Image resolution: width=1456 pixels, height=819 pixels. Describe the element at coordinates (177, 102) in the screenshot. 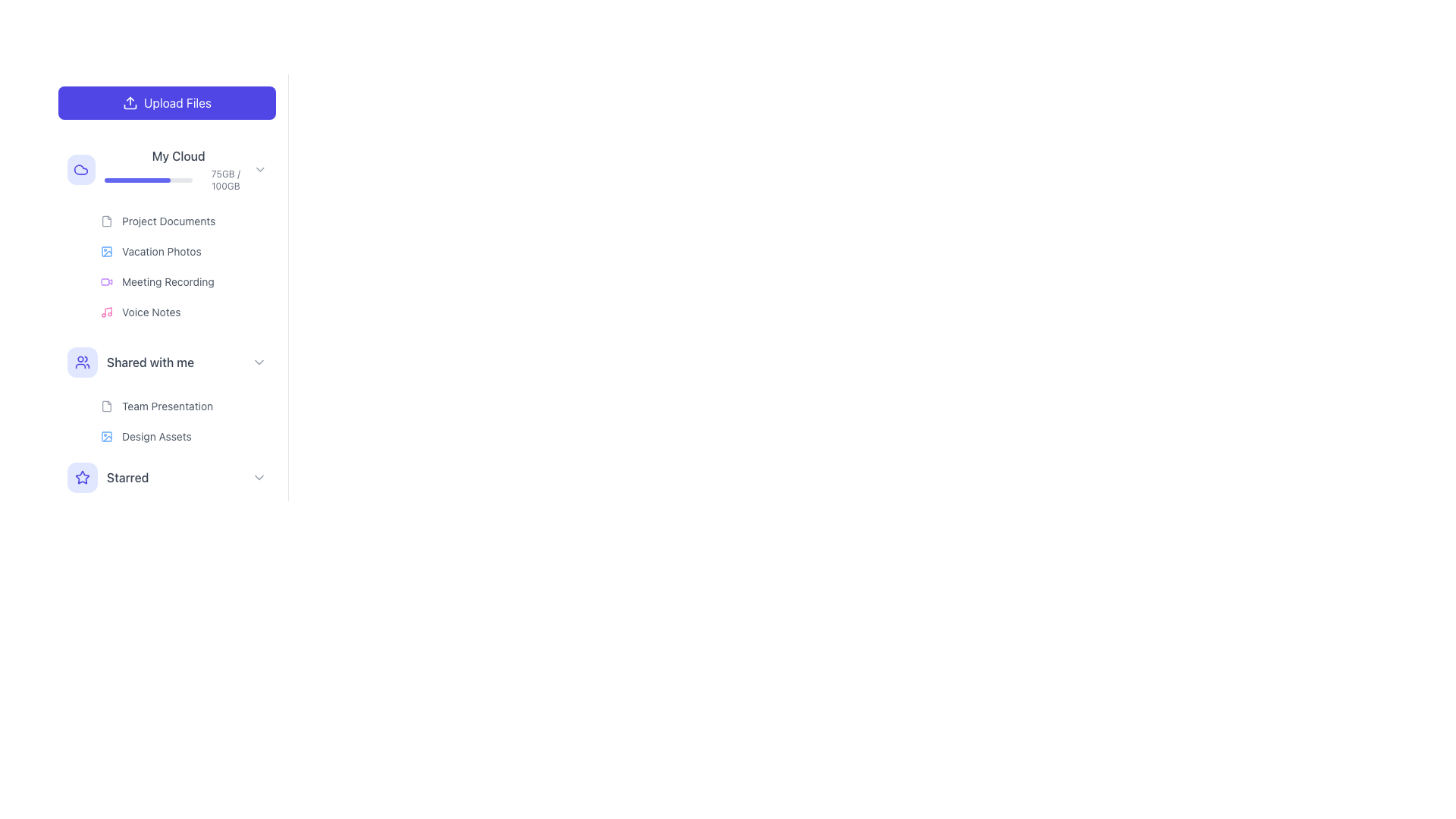

I see `the 'Upload Files' button, which features white text on a bold indigo background and is located near the top left side of the interface` at that location.